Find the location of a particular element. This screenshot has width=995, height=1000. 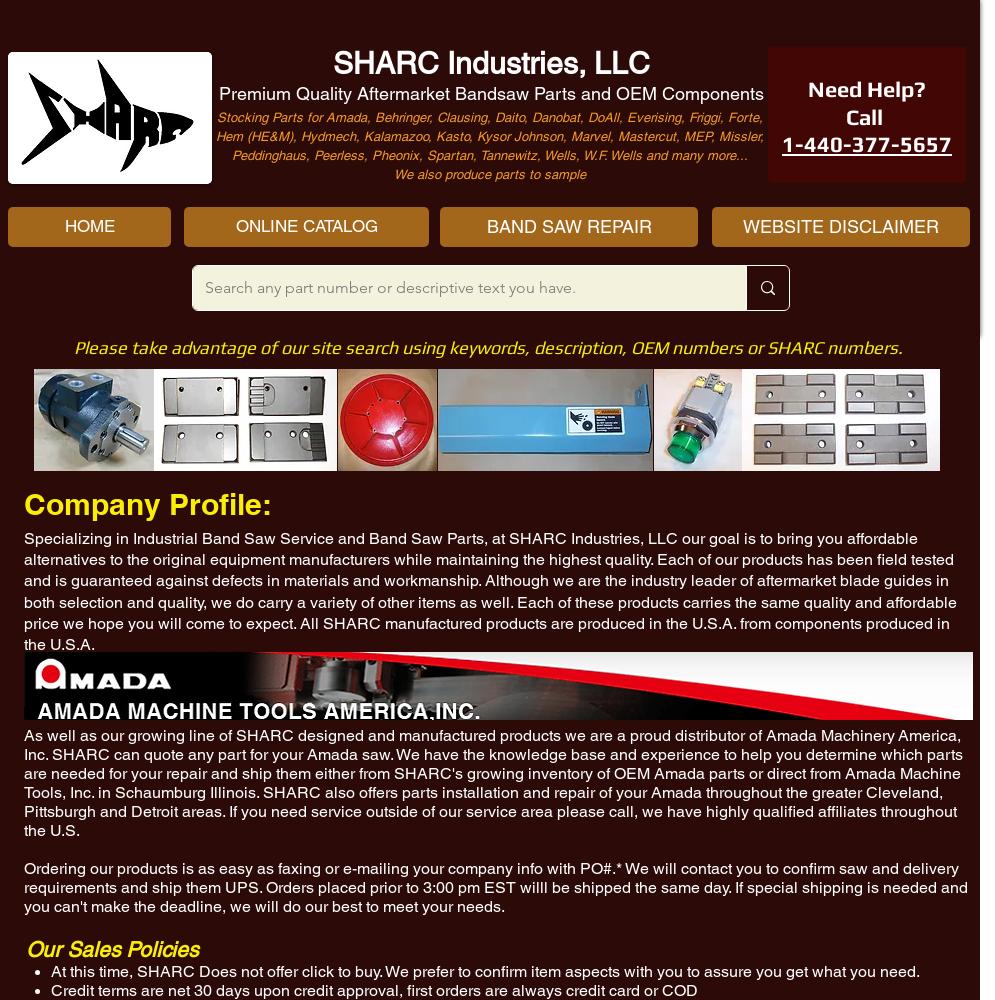

'Need Help?' is located at coordinates (867, 88).